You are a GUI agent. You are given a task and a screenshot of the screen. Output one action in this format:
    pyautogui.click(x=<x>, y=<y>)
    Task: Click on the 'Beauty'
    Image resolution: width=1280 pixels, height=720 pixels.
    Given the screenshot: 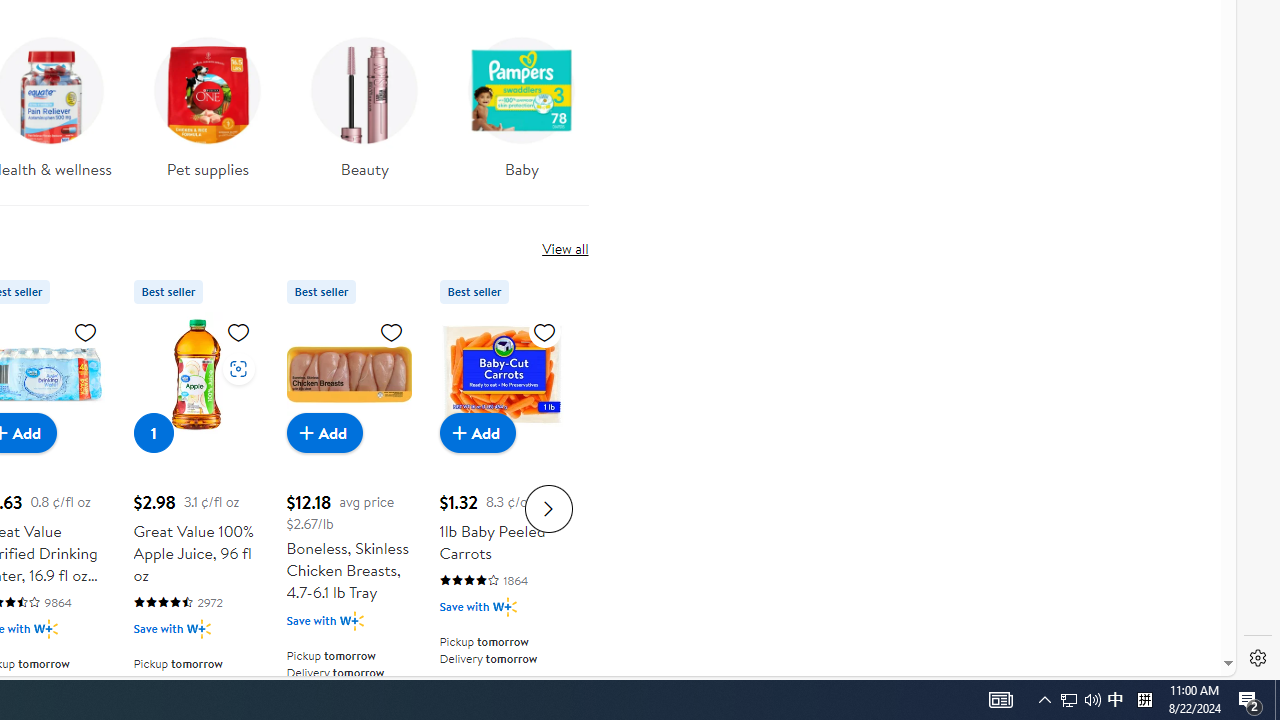 What is the action you would take?
    pyautogui.click(x=364, y=114)
    